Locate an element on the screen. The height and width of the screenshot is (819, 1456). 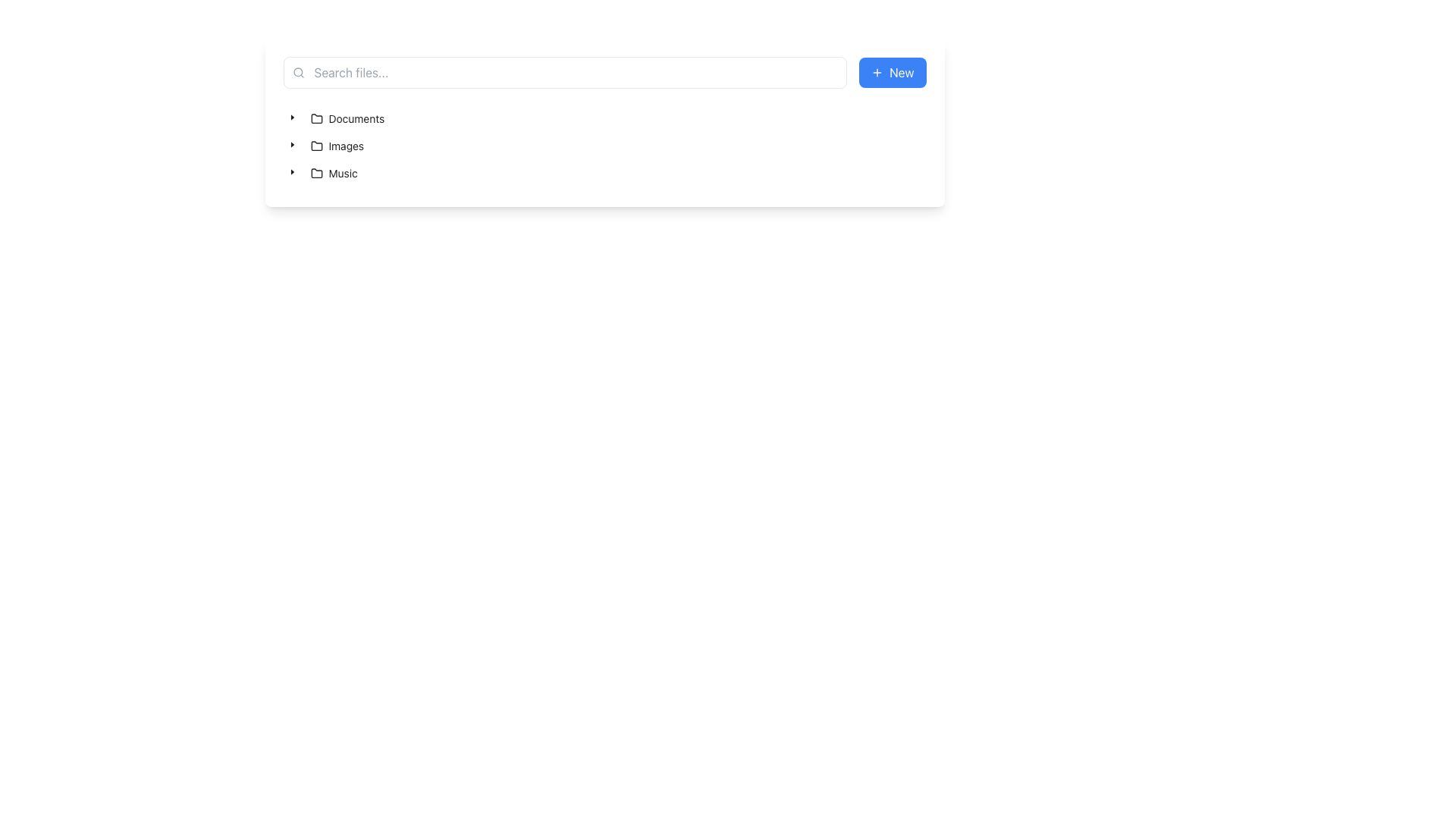
the blue circular icon with a white plus sign located within the rectangular blue button labeled 'New' at the top-right corner of the interface is located at coordinates (877, 73).